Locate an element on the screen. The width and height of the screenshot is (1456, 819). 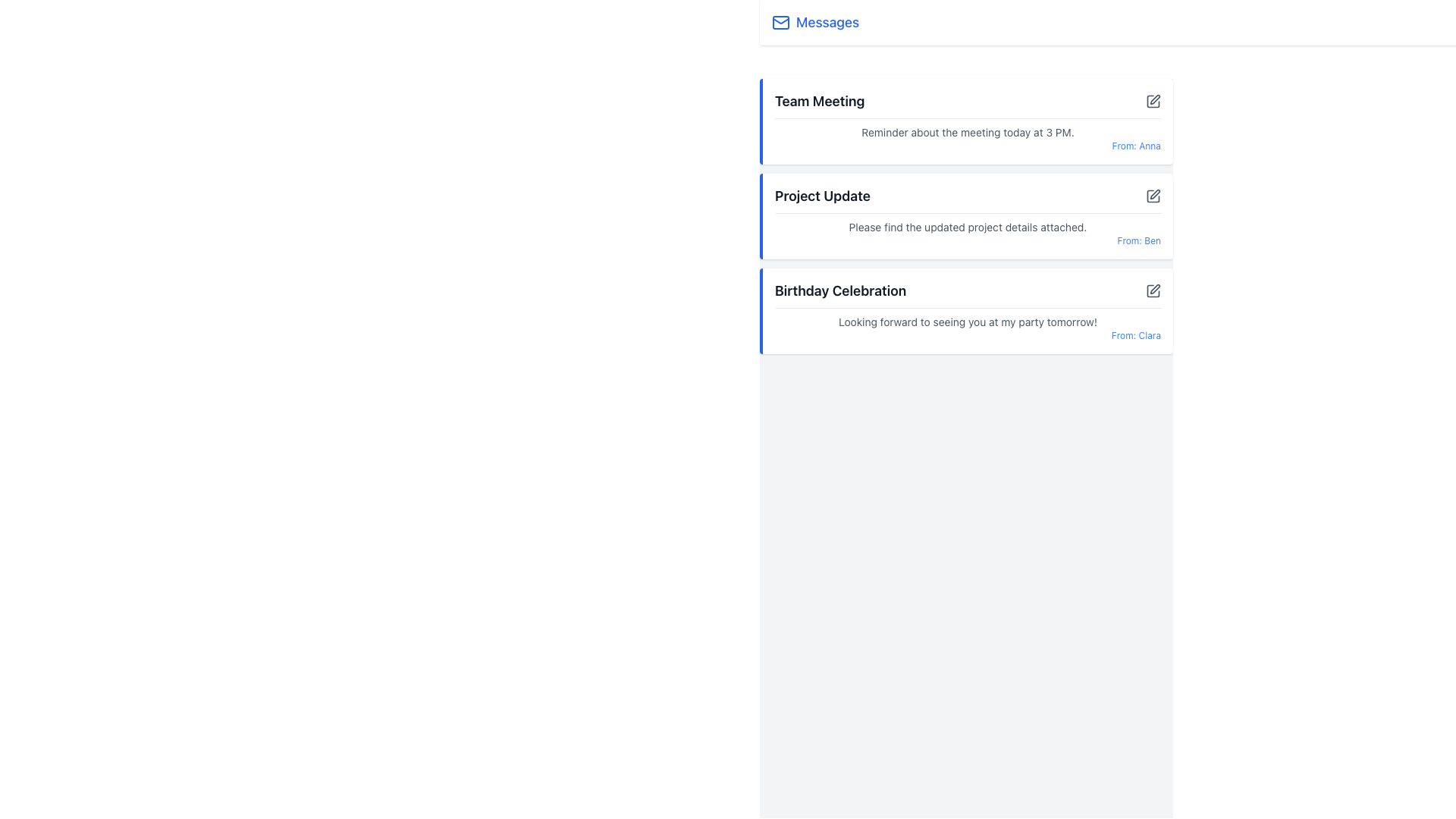
the first navigation link or menu item associated with messages, positioned on the left side of the header section is located at coordinates (814, 23).